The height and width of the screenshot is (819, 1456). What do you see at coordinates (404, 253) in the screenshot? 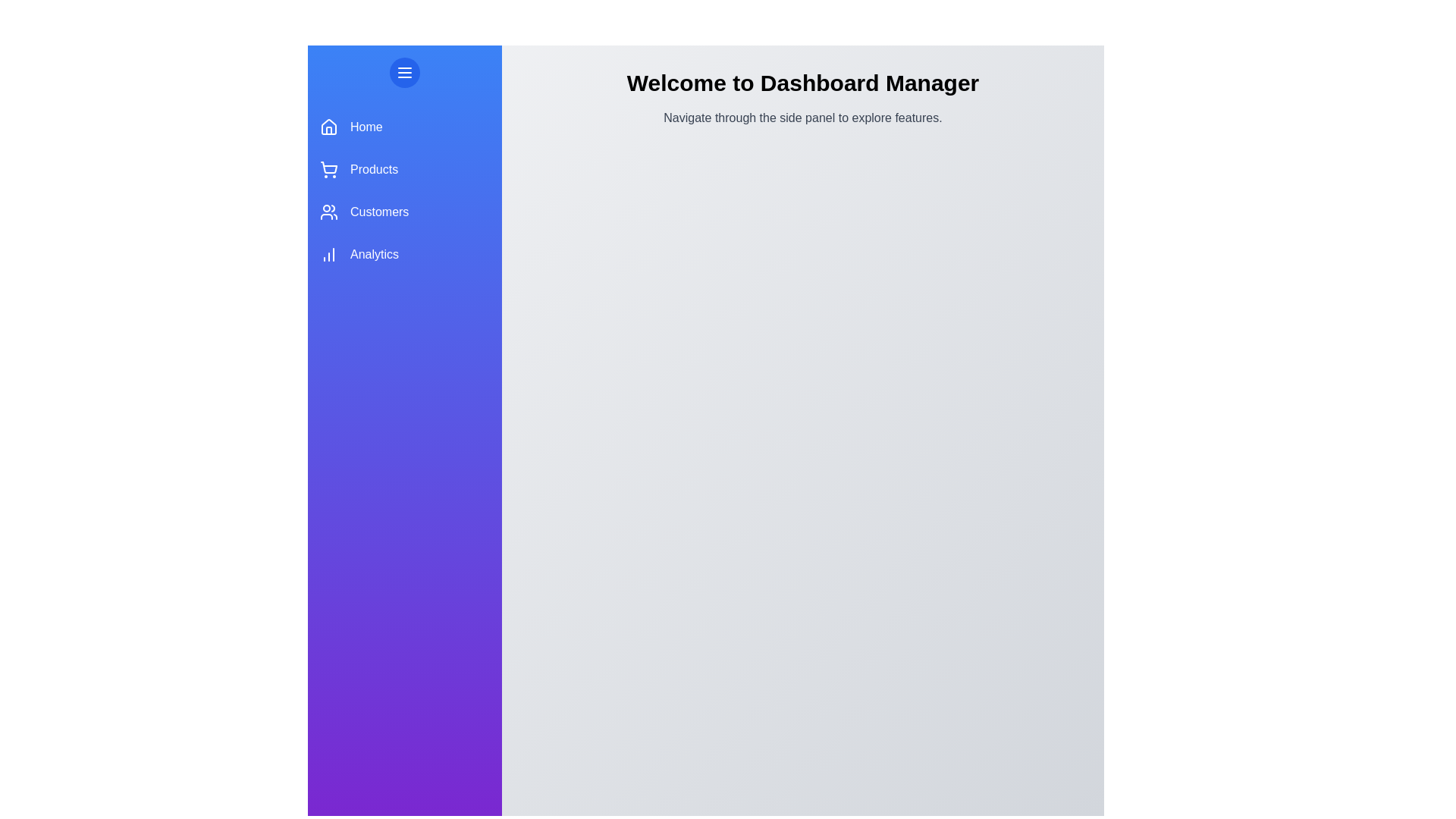
I see `the sidebar item Analytics to observe its hover effect` at bounding box center [404, 253].